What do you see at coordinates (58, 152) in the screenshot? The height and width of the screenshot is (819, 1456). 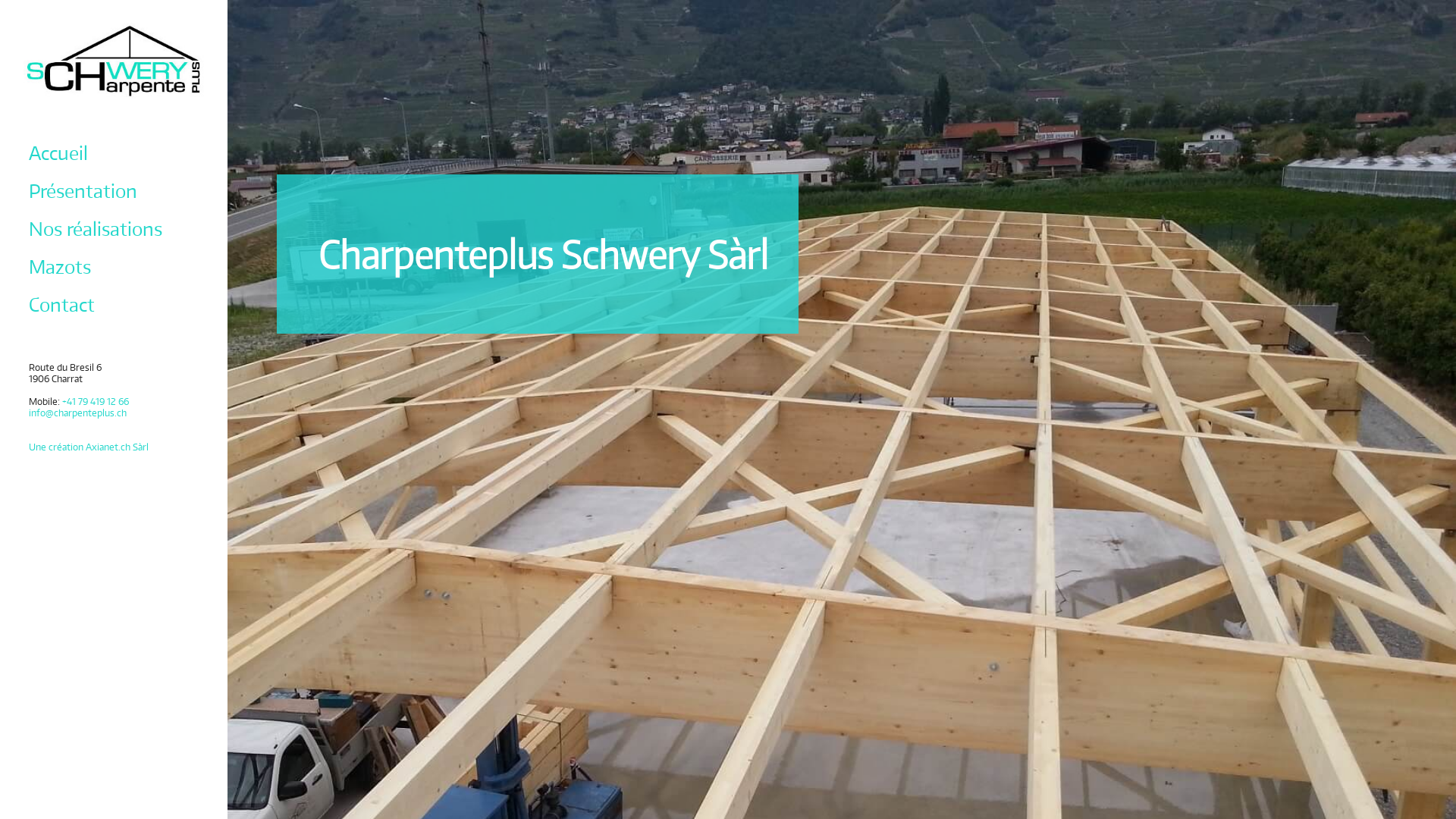 I see `'Accueil'` at bounding box center [58, 152].